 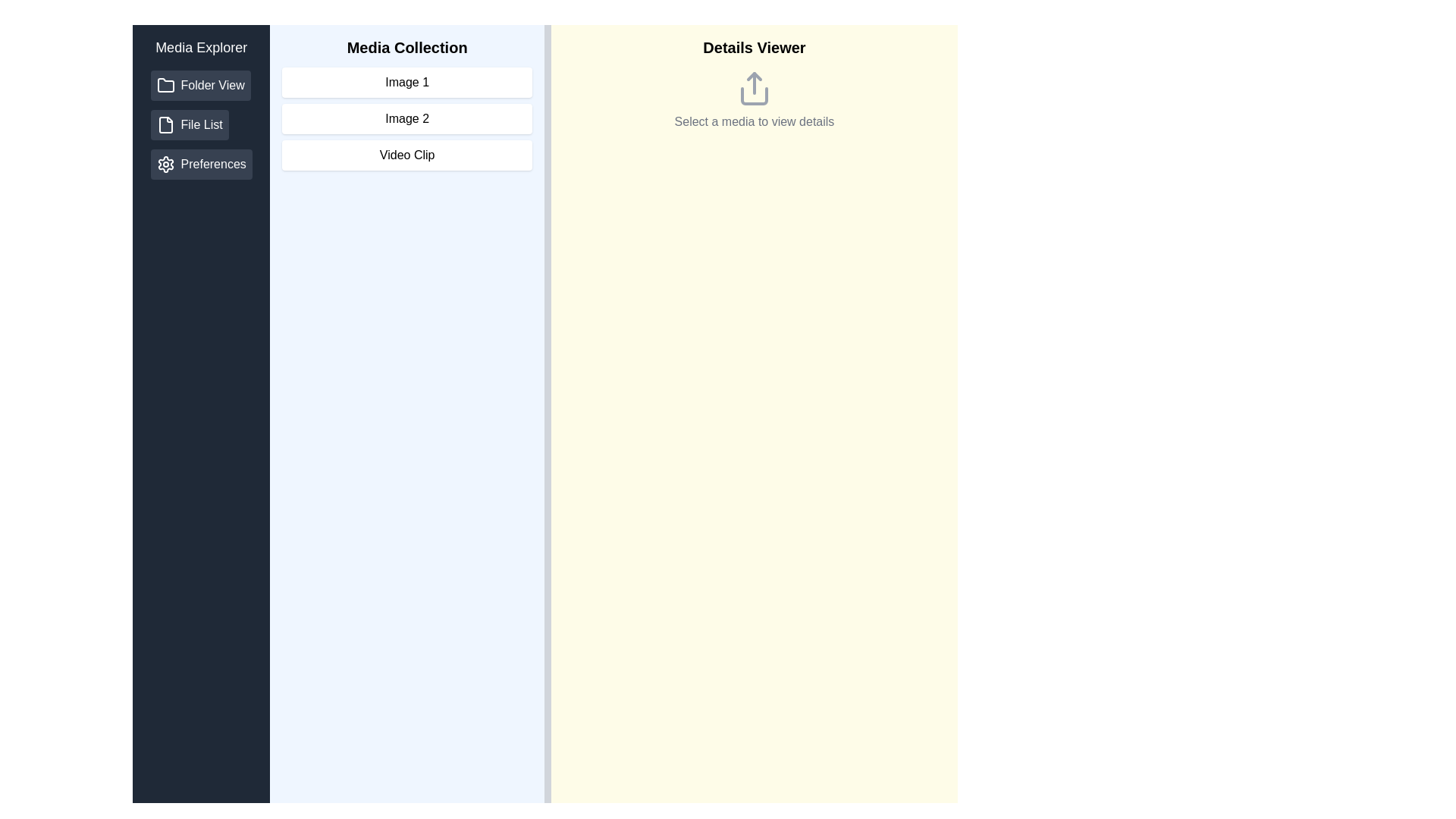 What do you see at coordinates (165, 164) in the screenshot?
I see `the gear-shaped icon representing the settings or preferences button, located in the left side panel of the 'Media Explorer' navigation menu` at bounding box center [165, 164].